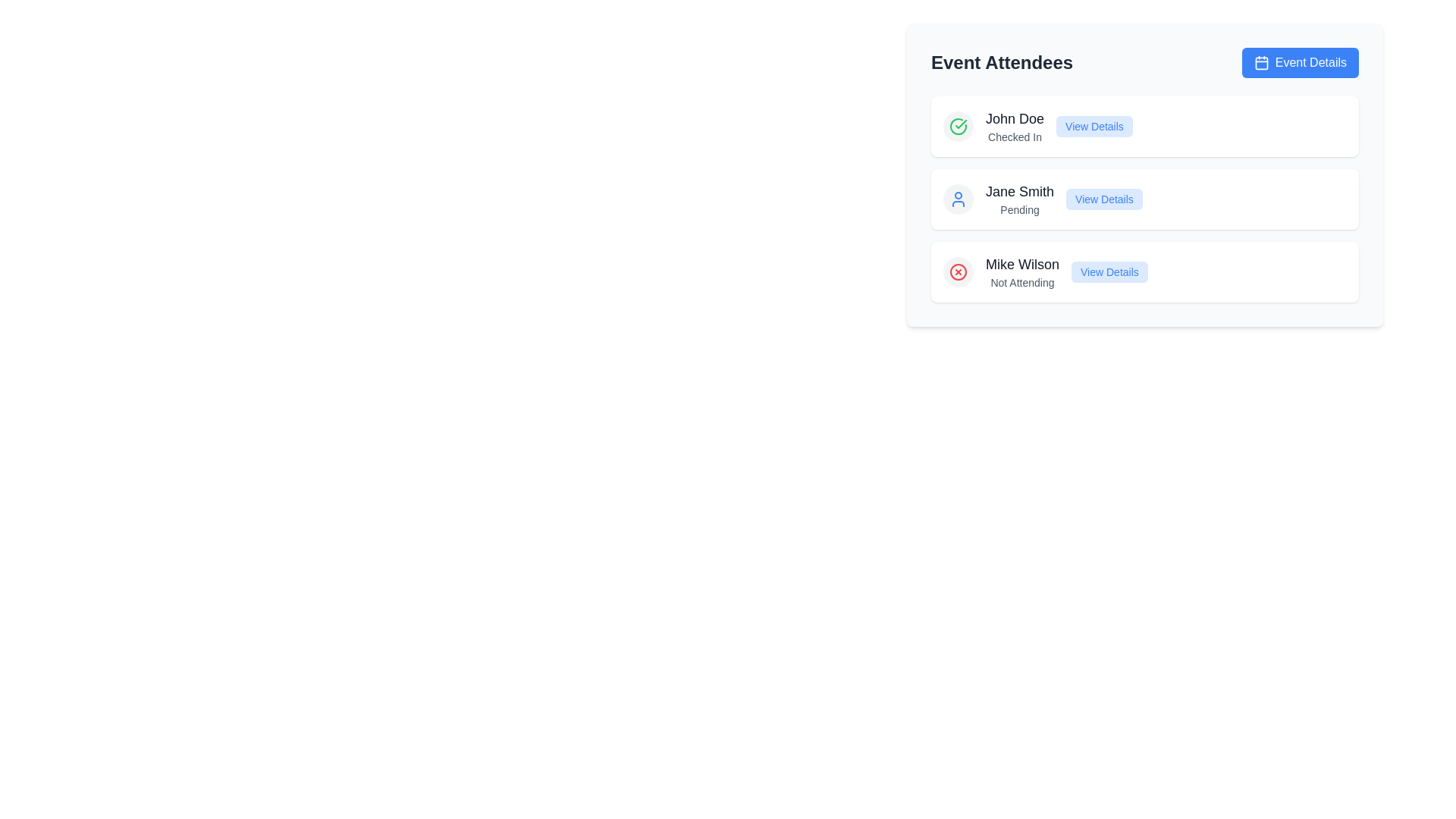  What do you see at coordinates (1145, 198) in the screenshot?
I see `the List item for 'Jane Smith' in the 'Event Attendees' section to provide additional visual feedback` at bounding box center [1145, 198].